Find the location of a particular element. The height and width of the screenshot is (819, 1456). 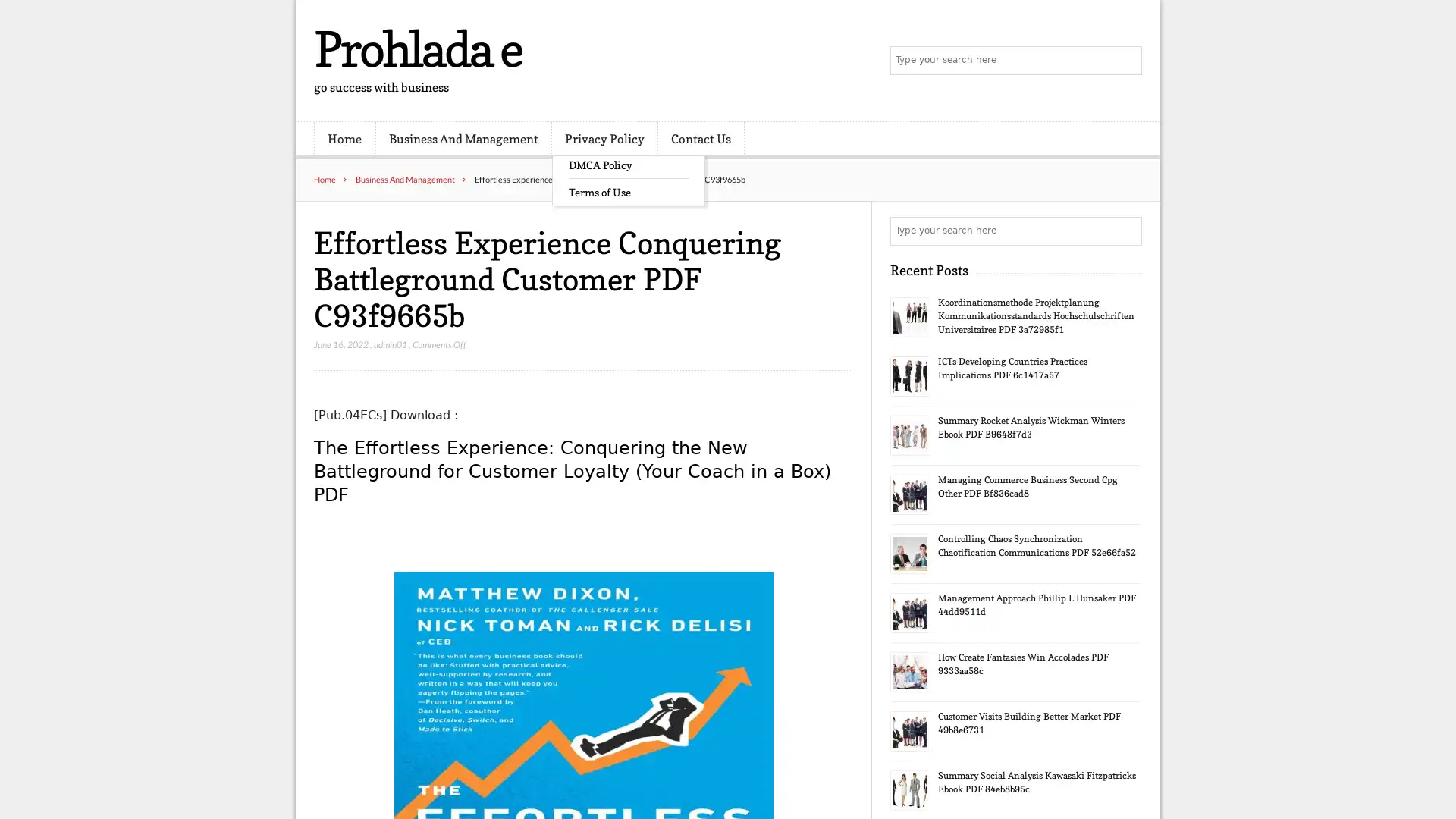

Search is located at coordinates (1126, 231).